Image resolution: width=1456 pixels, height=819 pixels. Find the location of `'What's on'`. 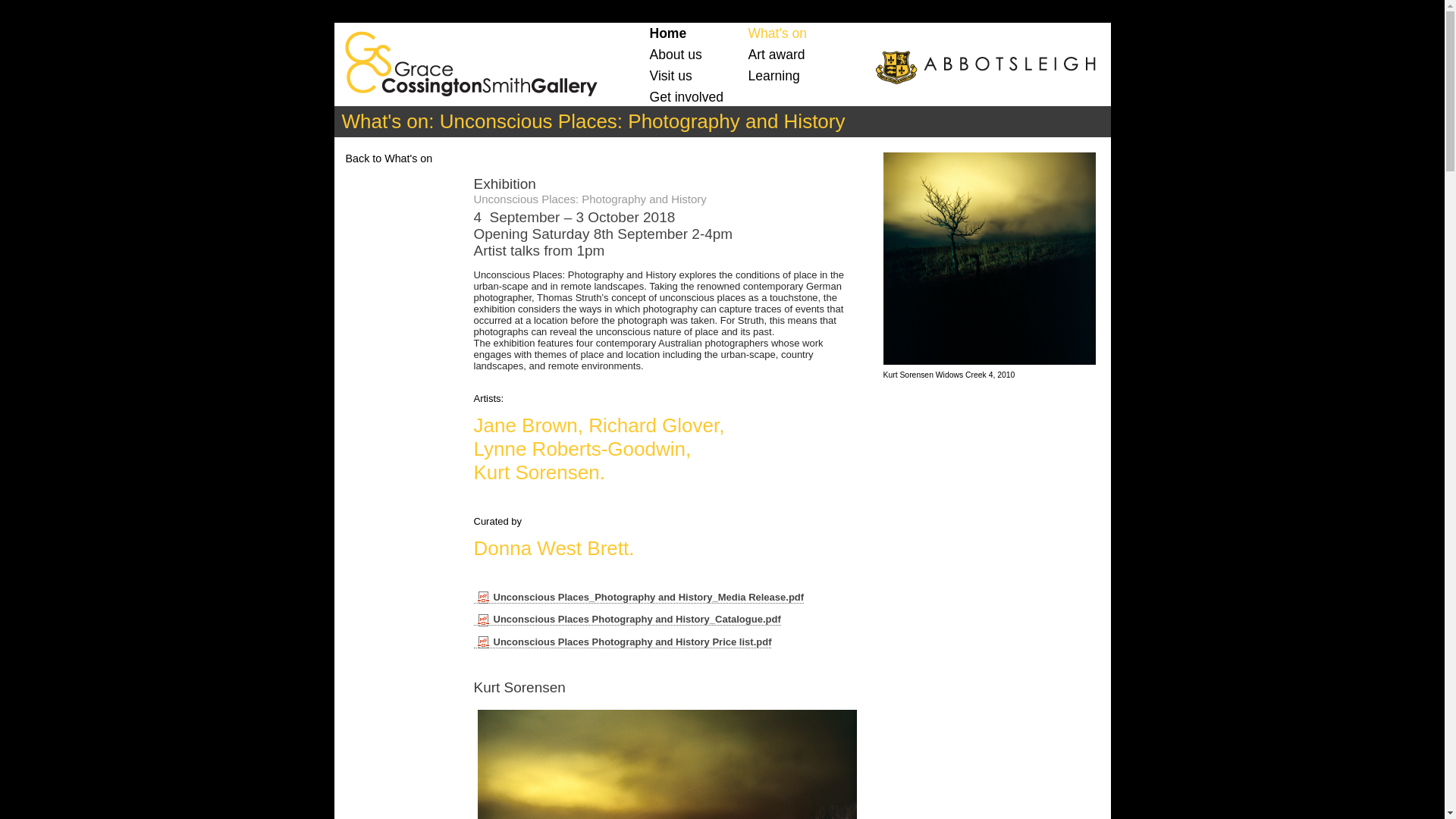

'What's on' is located at coordinates (747, 33).